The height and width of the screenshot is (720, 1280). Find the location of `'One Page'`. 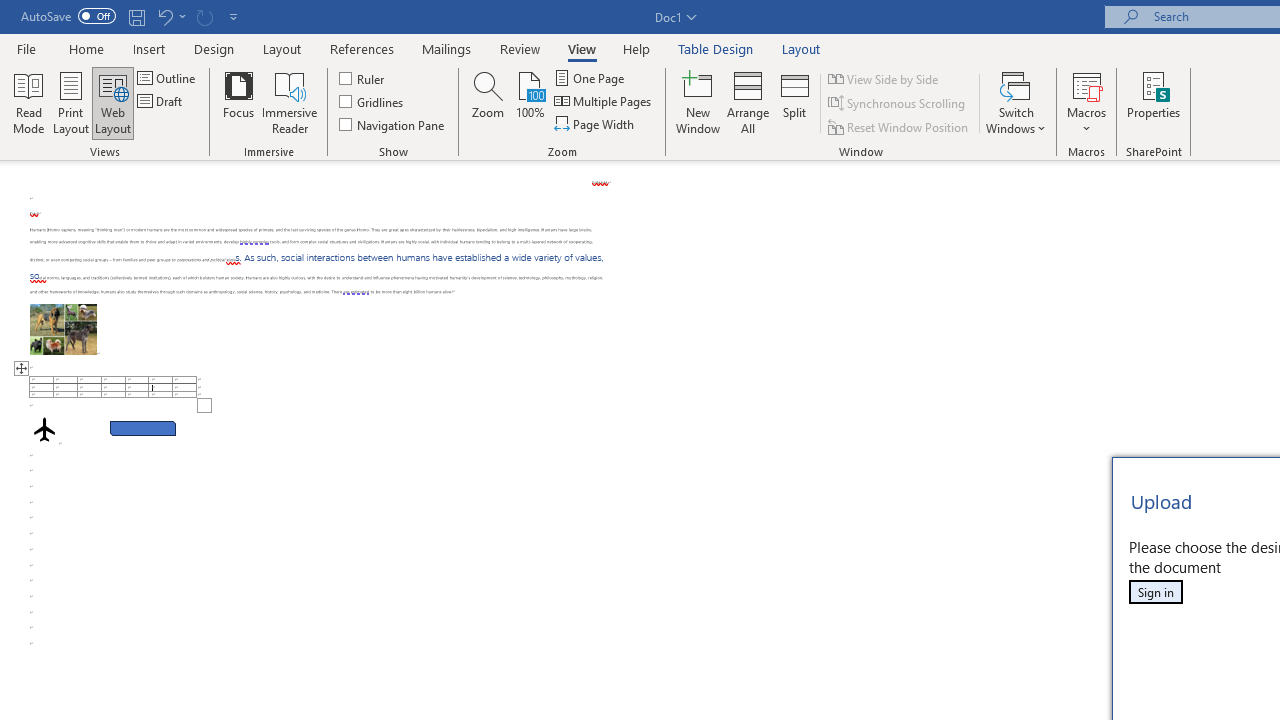

'One Page' is located at coordinates (589, 77).